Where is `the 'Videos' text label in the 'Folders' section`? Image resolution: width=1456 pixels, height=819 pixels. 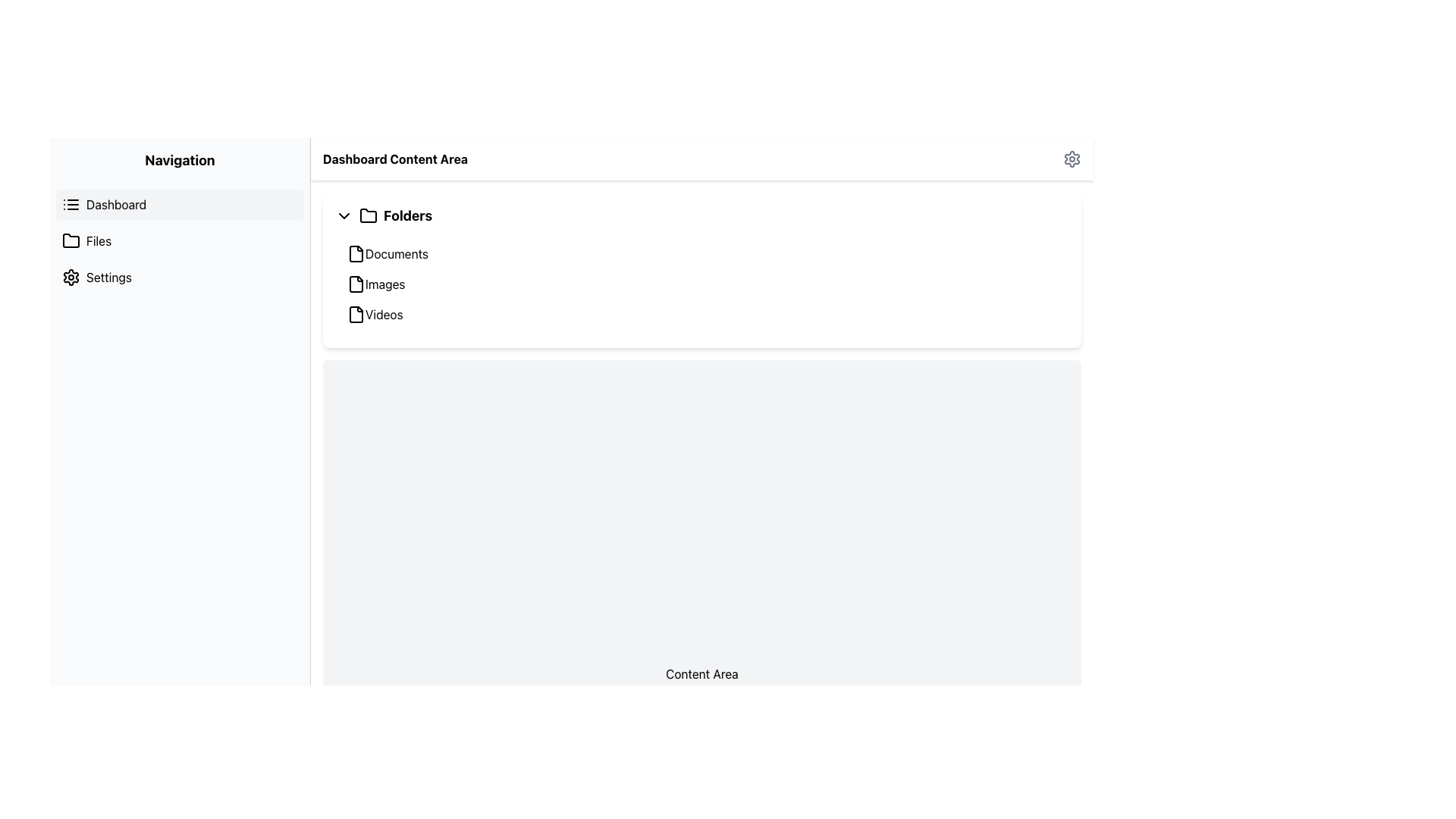 the 'Videos' text label in the 'Folders' section is located at coordinates (384, 314).